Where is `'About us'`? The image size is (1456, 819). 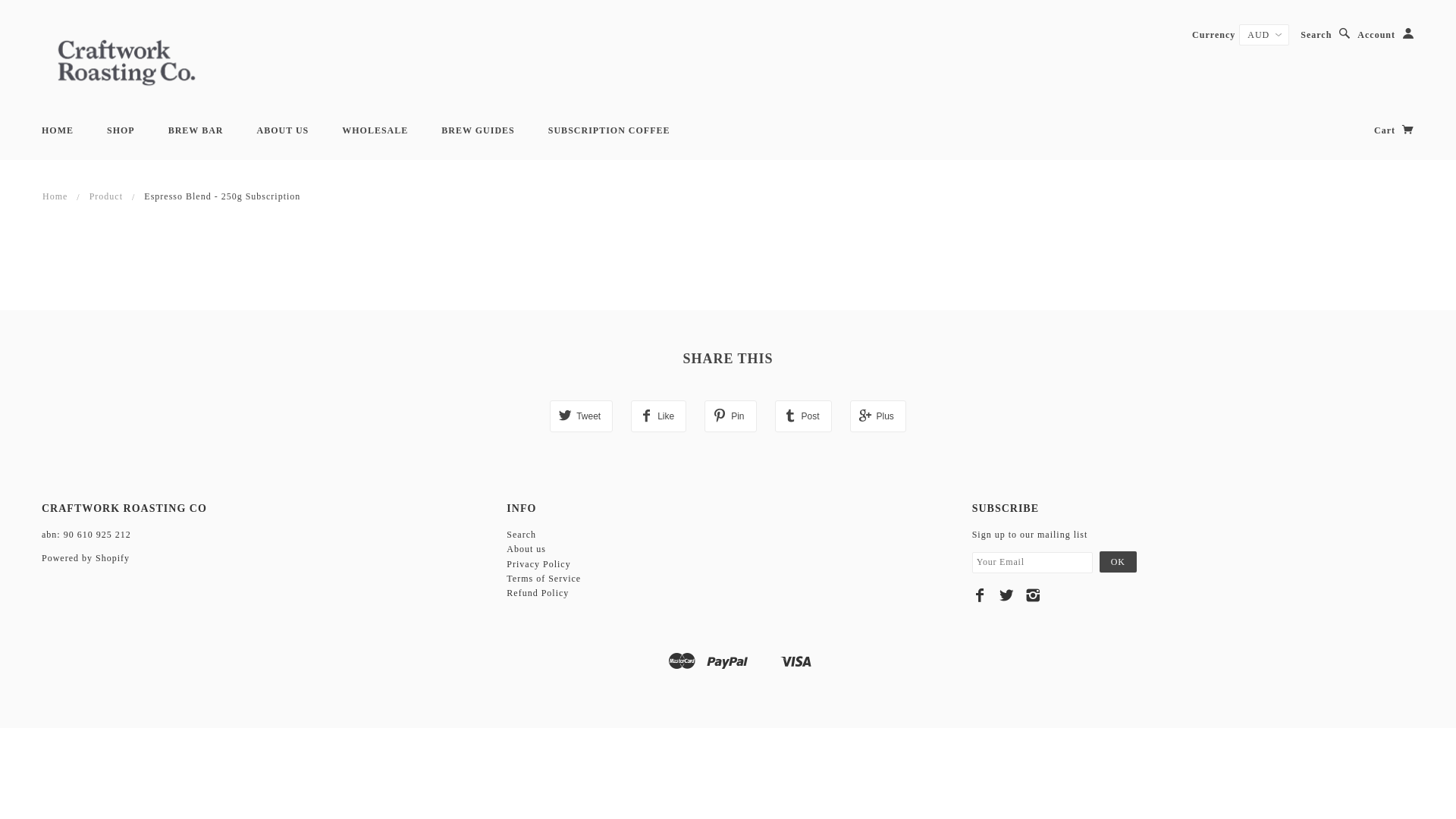 'About us' is located at coordinates (526, 549).